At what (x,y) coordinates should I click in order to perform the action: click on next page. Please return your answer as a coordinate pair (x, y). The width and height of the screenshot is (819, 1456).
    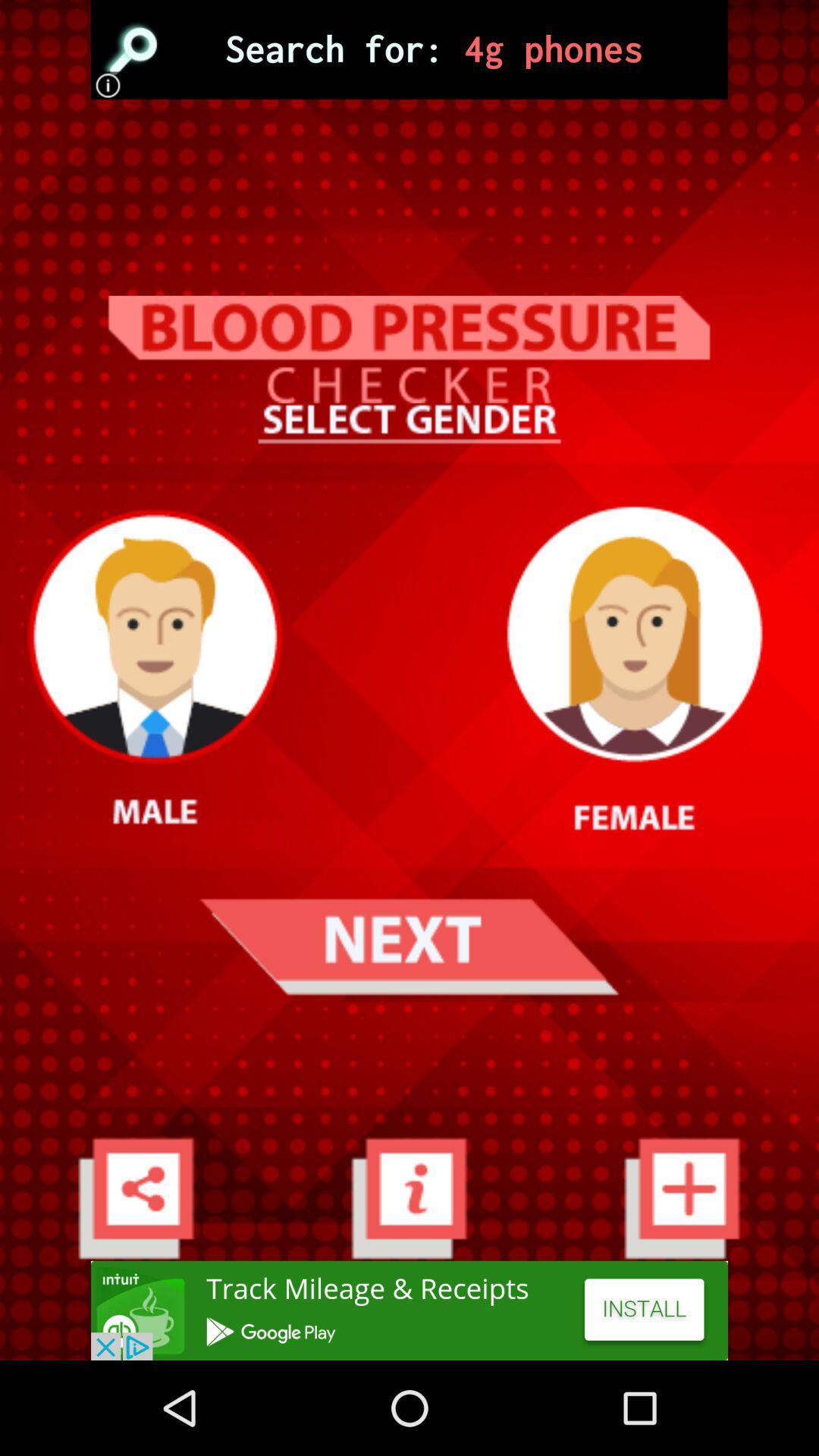
    Looking at the image, I should click on (408, 946).